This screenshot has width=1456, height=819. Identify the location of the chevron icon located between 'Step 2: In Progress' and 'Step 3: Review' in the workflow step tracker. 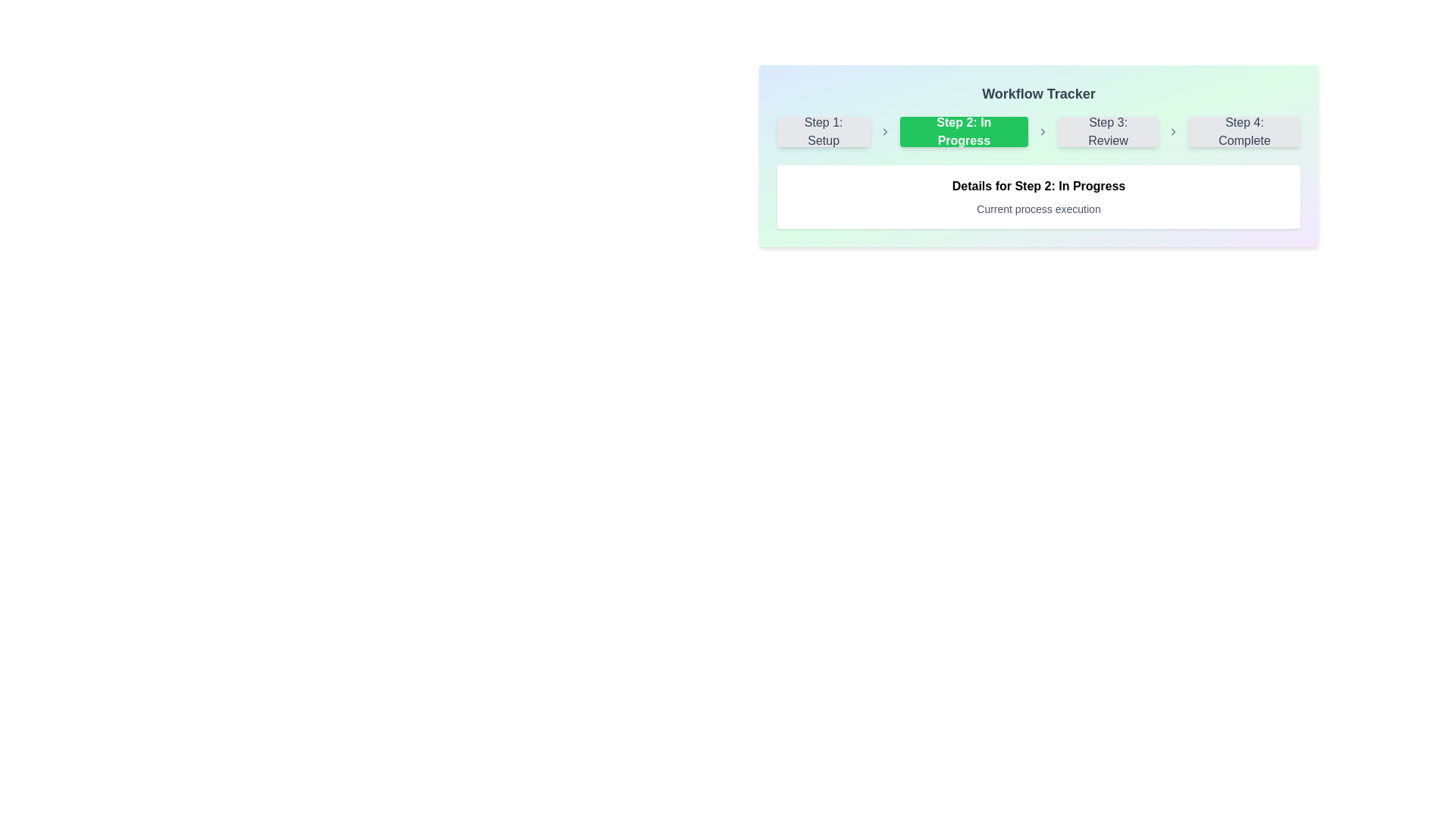
(1042, 130).